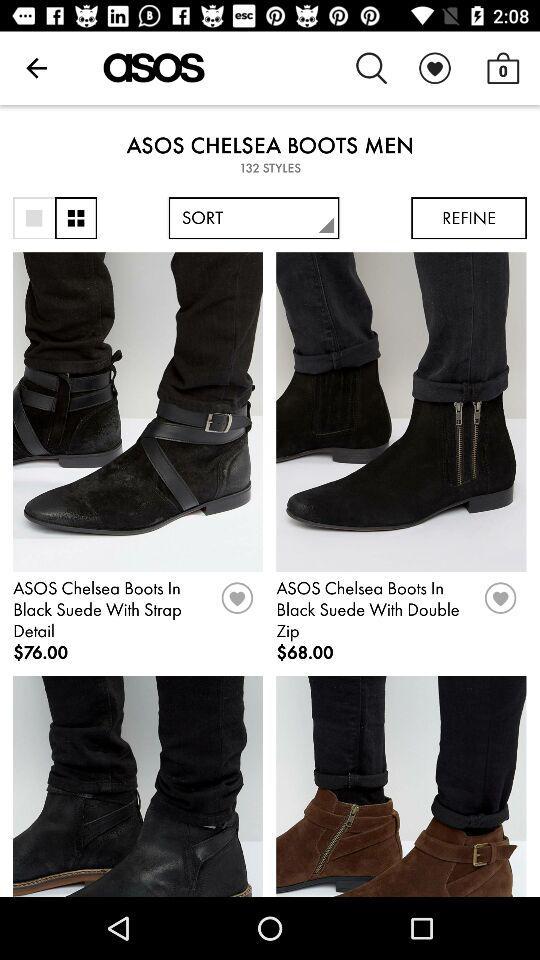 This screenshot has height=960, width=540. What do you see at coordinates (75, 218) in the screenshot?
I see `the icon next to the sort icon` at bounding box center [75, 218].